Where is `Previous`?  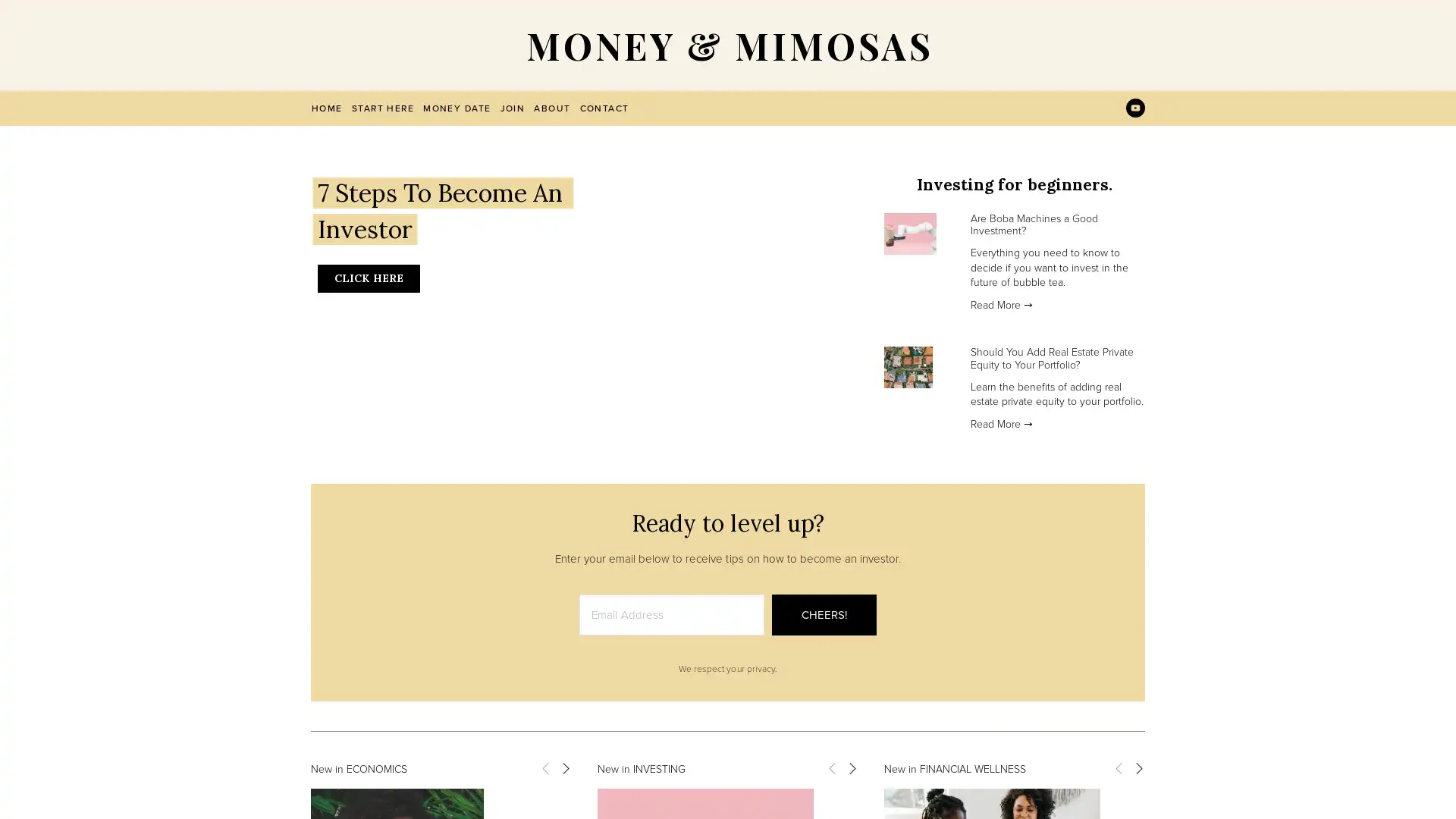
Previous is located at coordinates (1118, 767).